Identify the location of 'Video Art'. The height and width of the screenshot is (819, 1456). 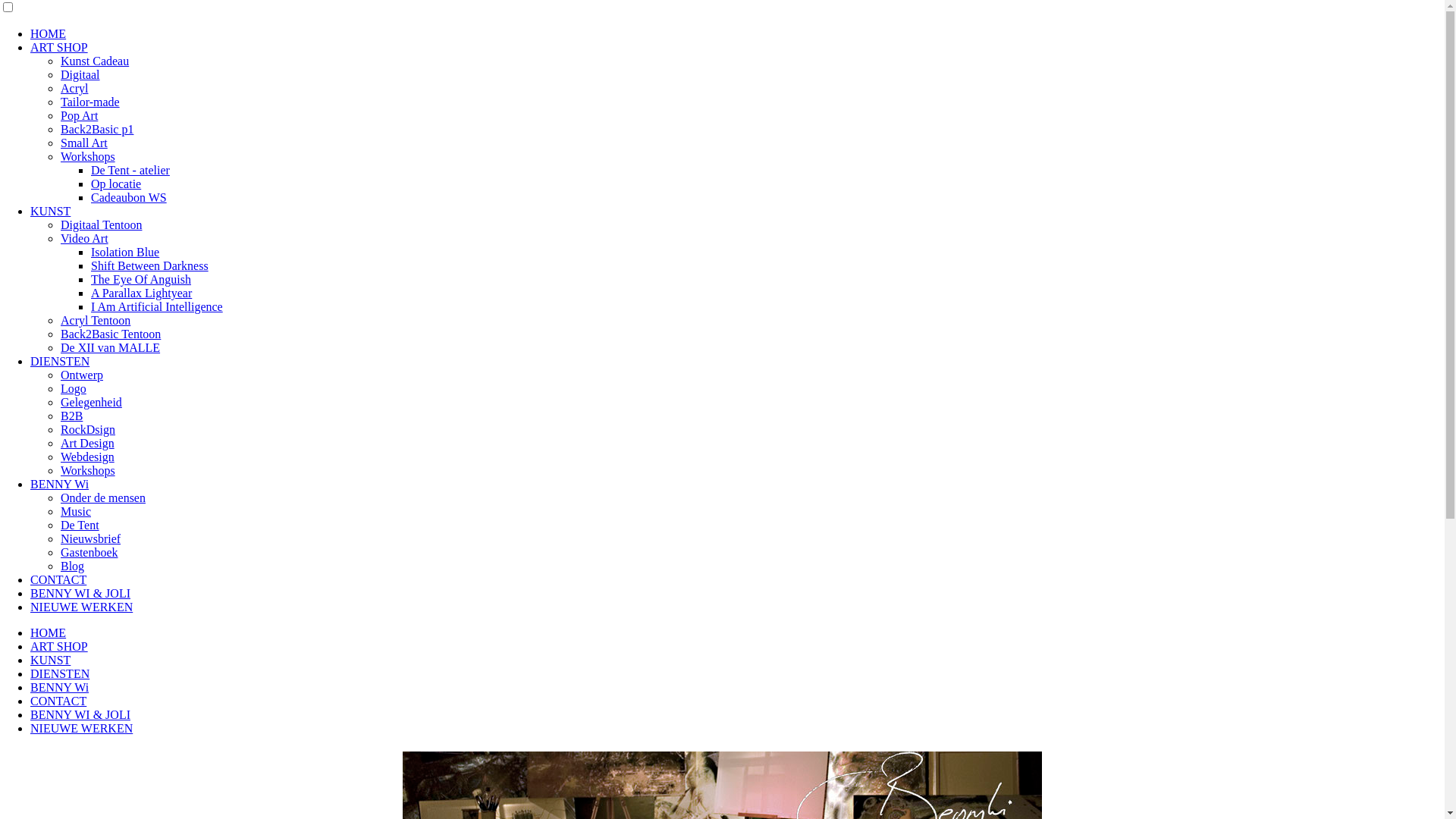
(83, 238).